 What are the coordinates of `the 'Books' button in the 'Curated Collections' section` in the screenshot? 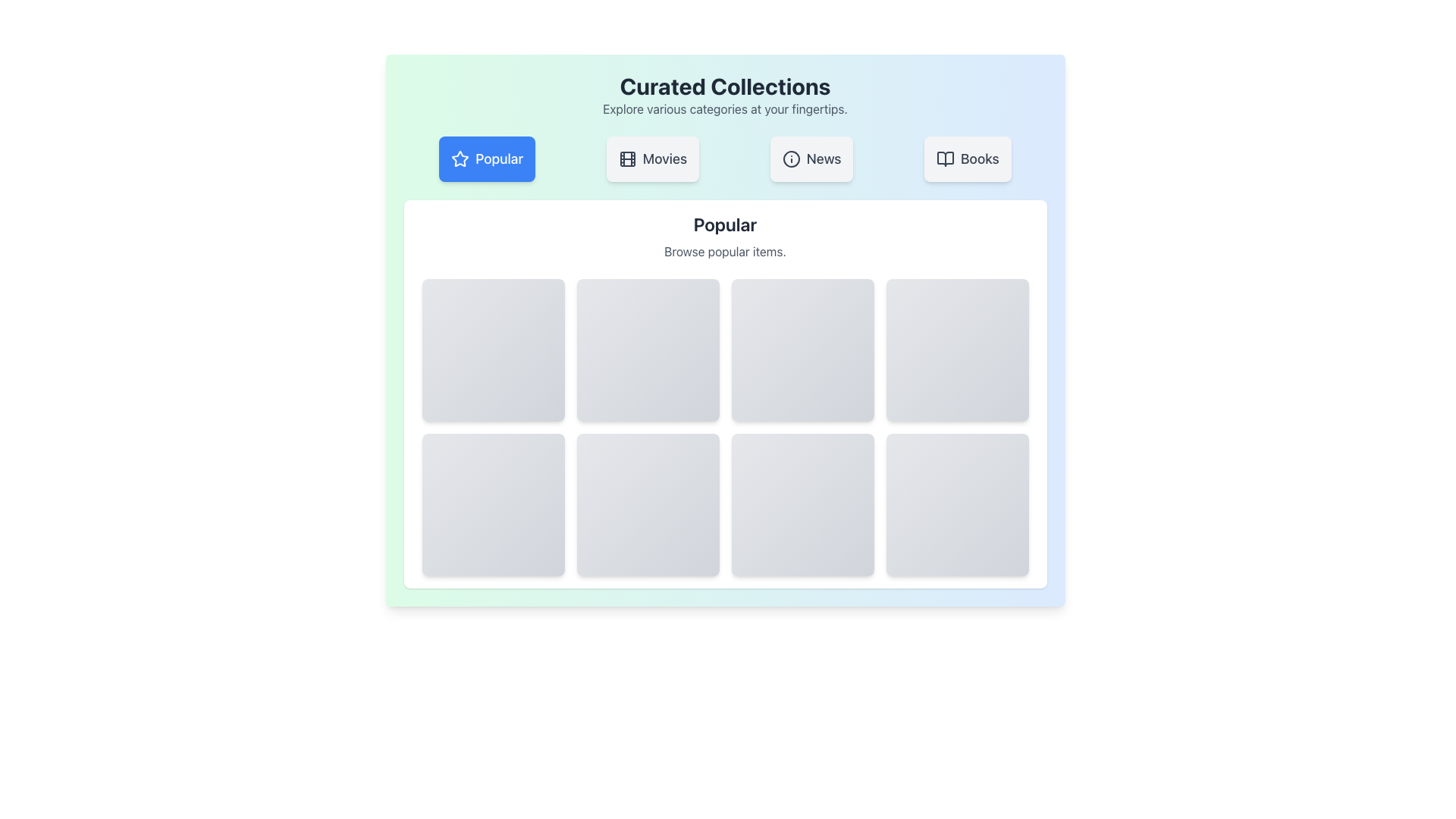 It's located at (967, 158).